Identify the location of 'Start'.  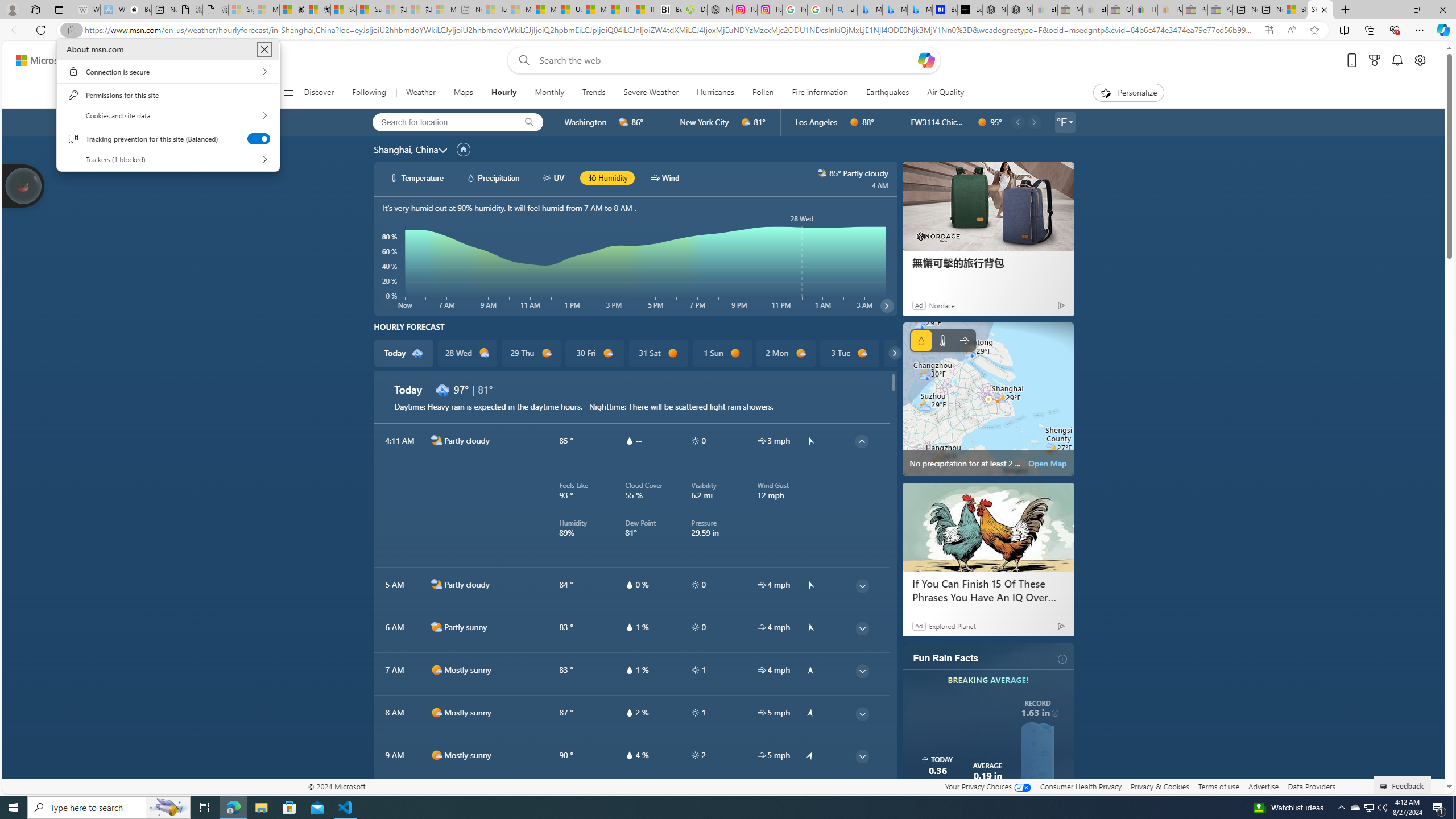
(14, 806).